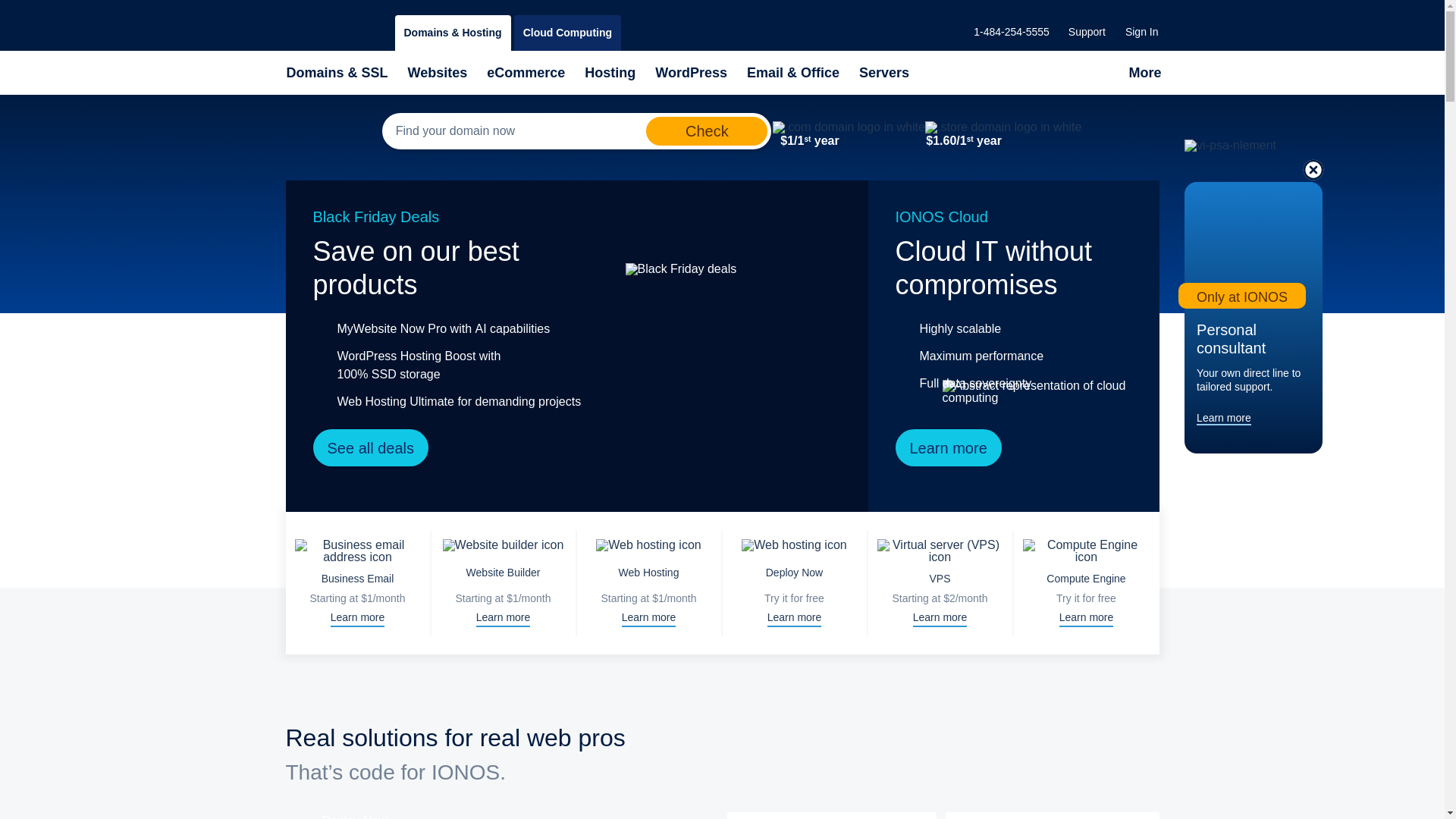 The width and height of the screenshot is (1456, 819). Describe the element at coordinates (610, 73) in the screenshot. I see `'Hosting'` at that location.